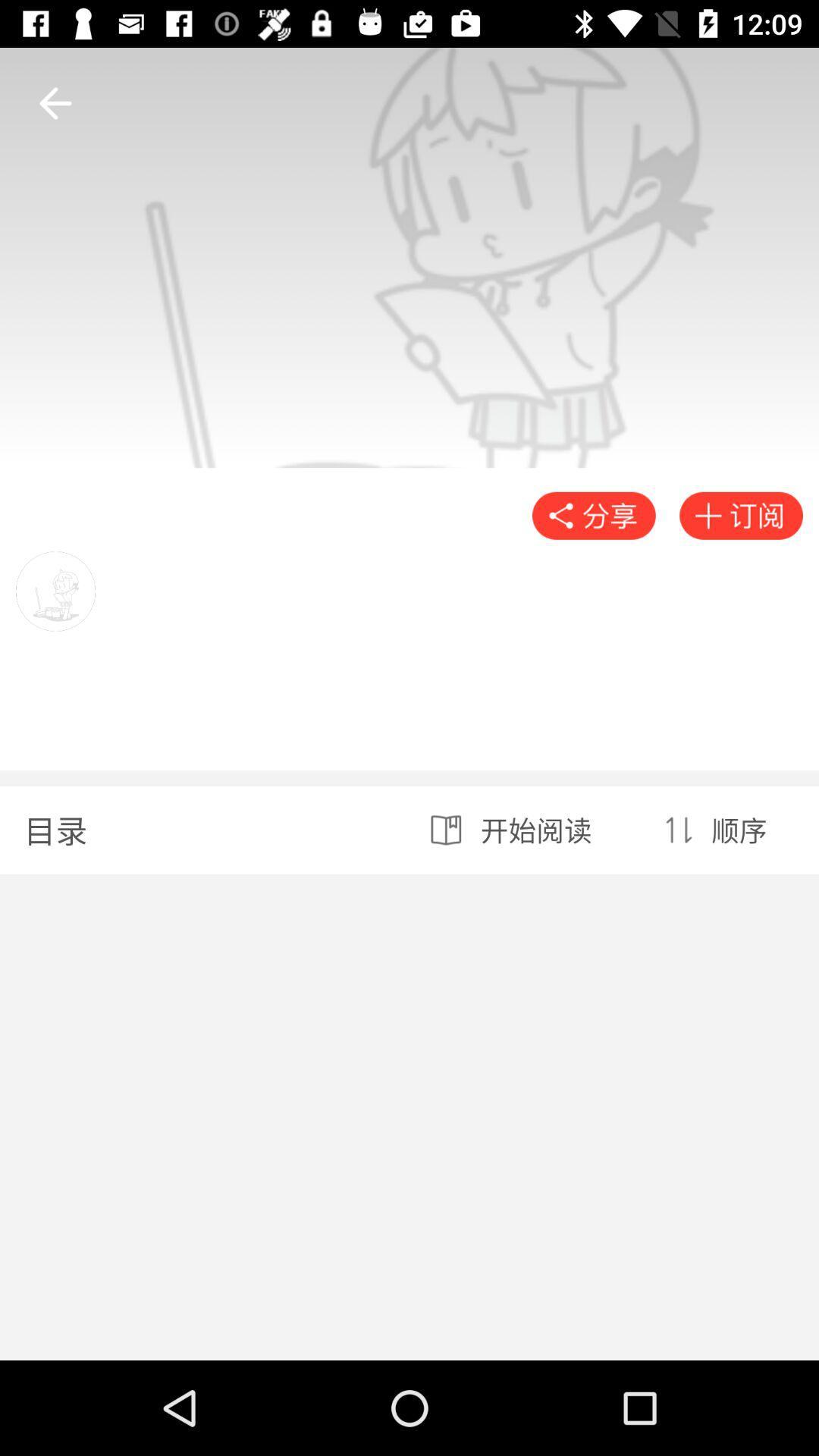  What do you see at coordinates (55, 102) in the screenshot?
I see `the arrow_backward icon` at bounding box center [55, 102].